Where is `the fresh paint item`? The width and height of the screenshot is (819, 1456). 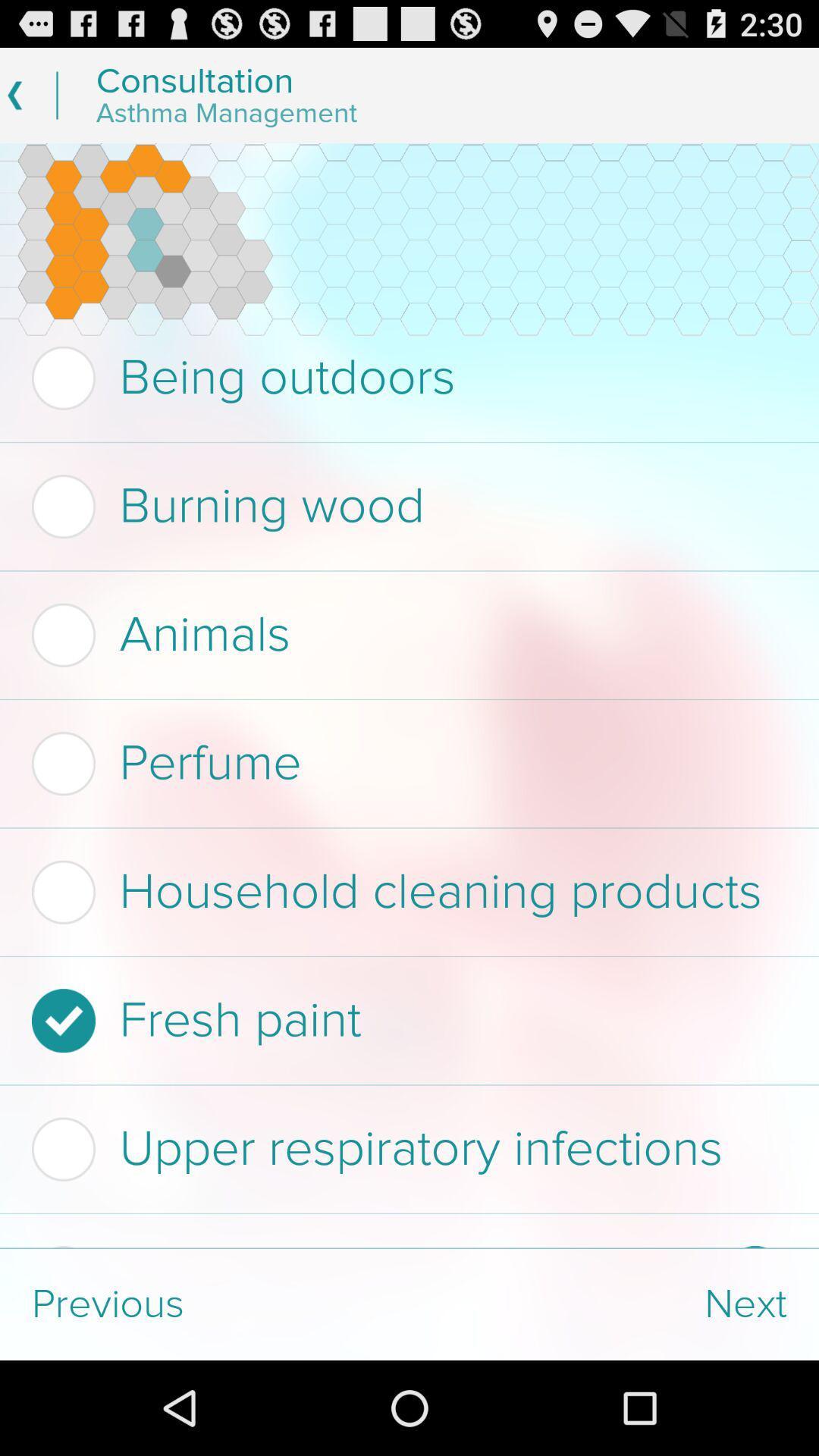 the fresh paint item is located at coordinates (404, 1021).